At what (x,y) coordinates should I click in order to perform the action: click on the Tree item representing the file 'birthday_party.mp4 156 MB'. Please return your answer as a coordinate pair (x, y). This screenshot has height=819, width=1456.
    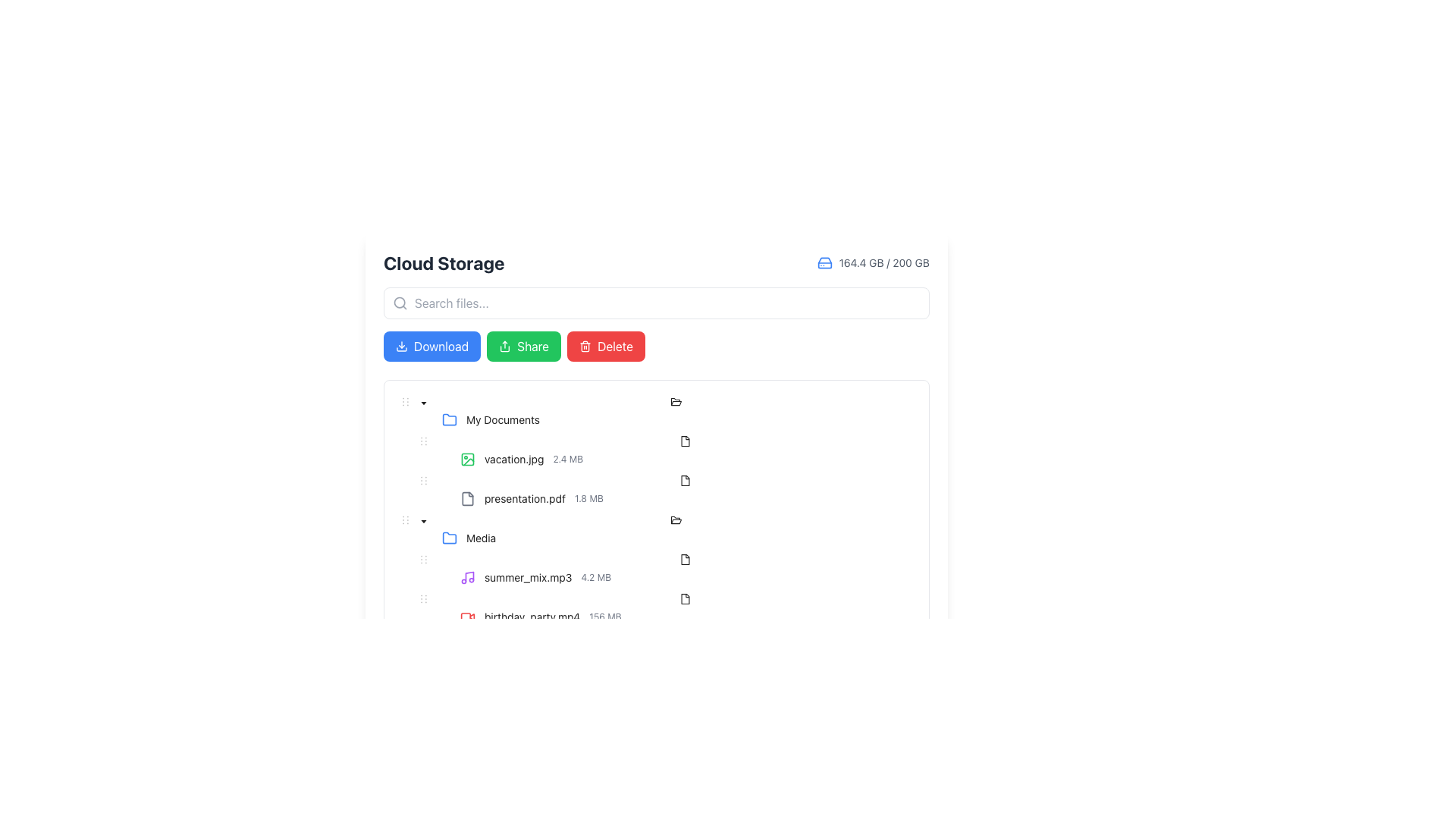
    Looking at the image, I should click on (656, 607).